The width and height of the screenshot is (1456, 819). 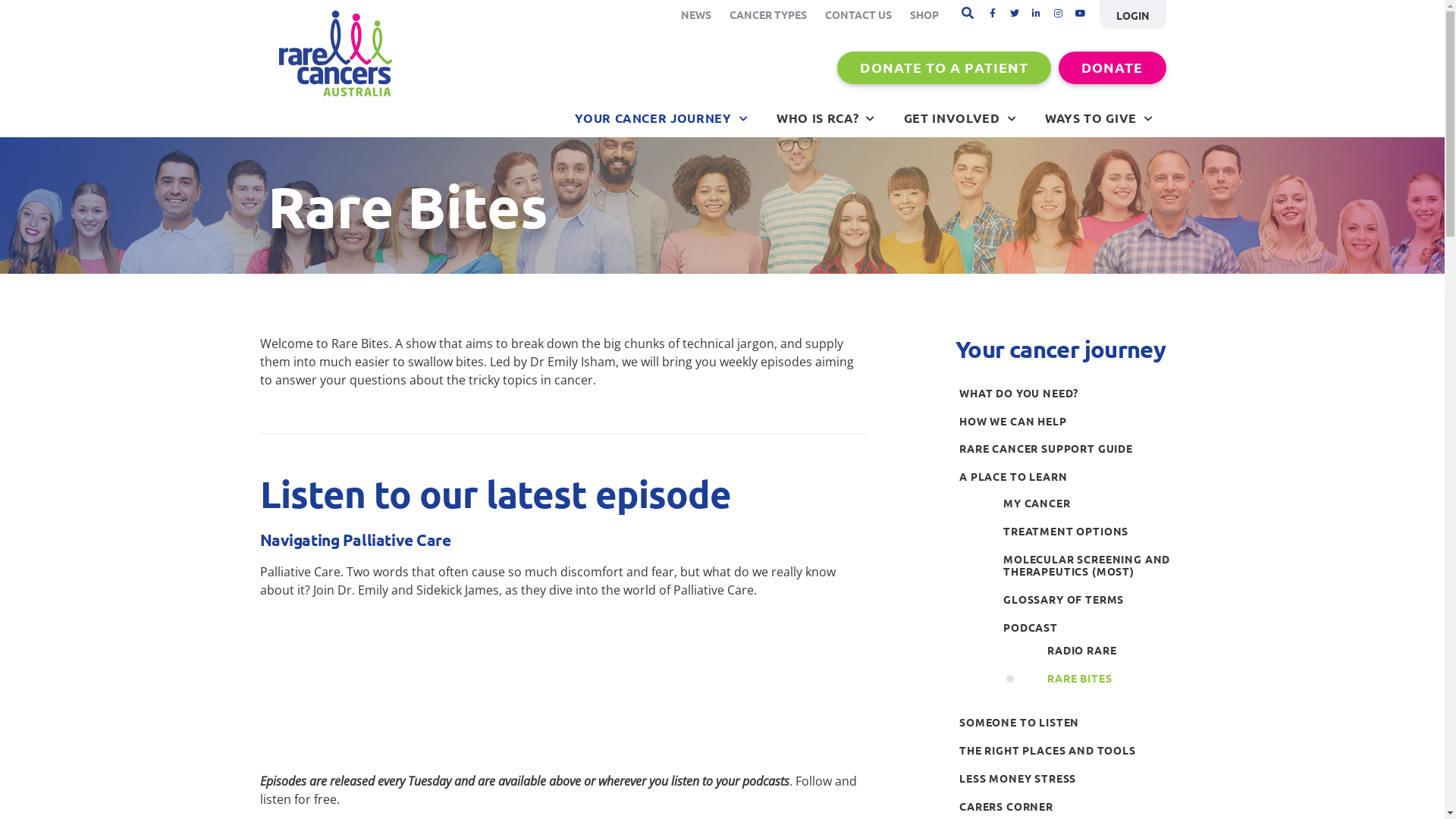 What do you see at coordinates (1099, 117) in the screenshot?
I see `'WAYS TO GIVE'` at bounding box center [1099, 117].